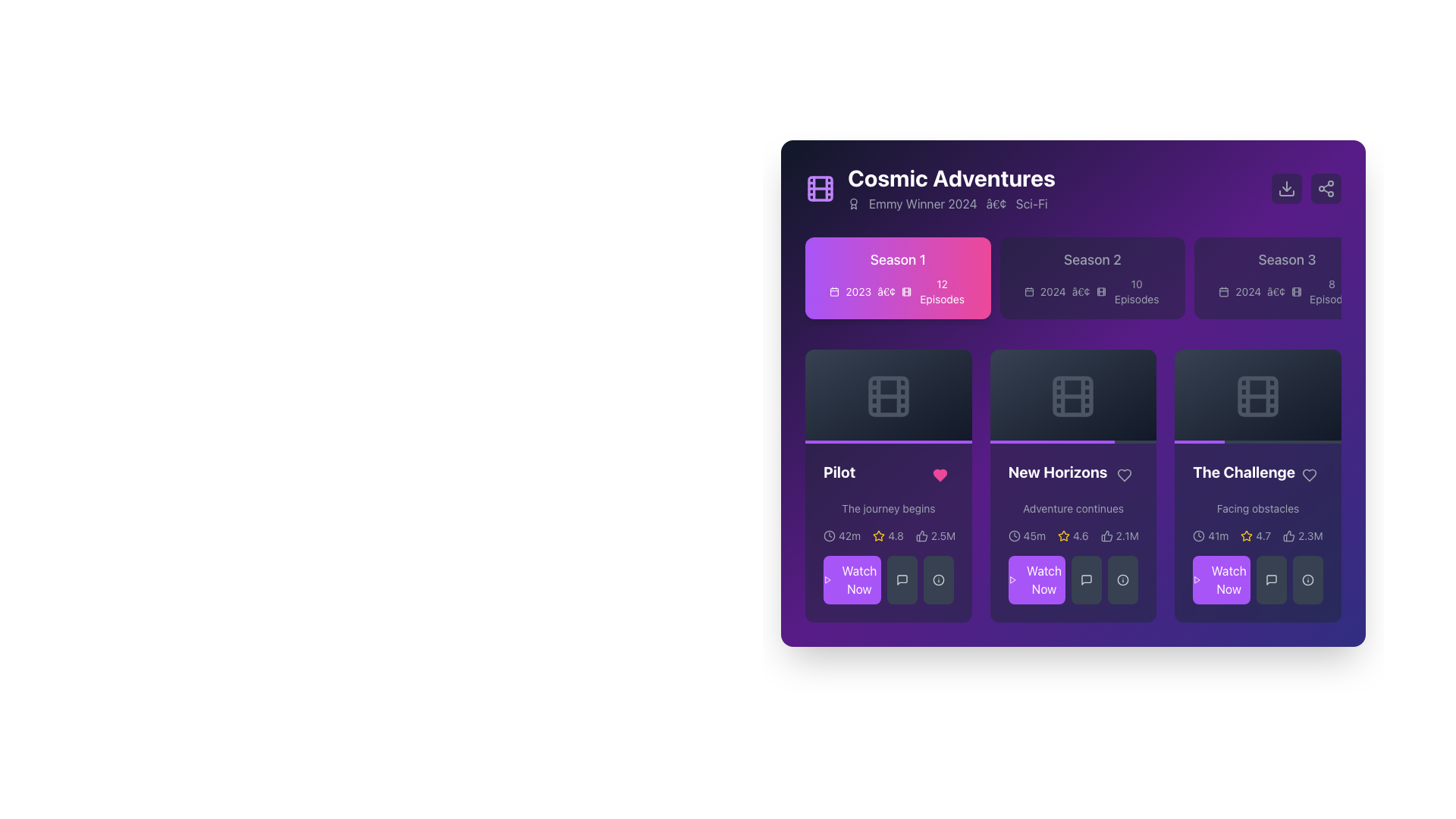 The image size is (1456, 819). Describe the element at coordinates (898, 278) in the screenshot. I see `the 'Season 1' interactive card, which is a card-like component with a gradient background from purple to pink, displaying 'Season 1' in white font` at that location.